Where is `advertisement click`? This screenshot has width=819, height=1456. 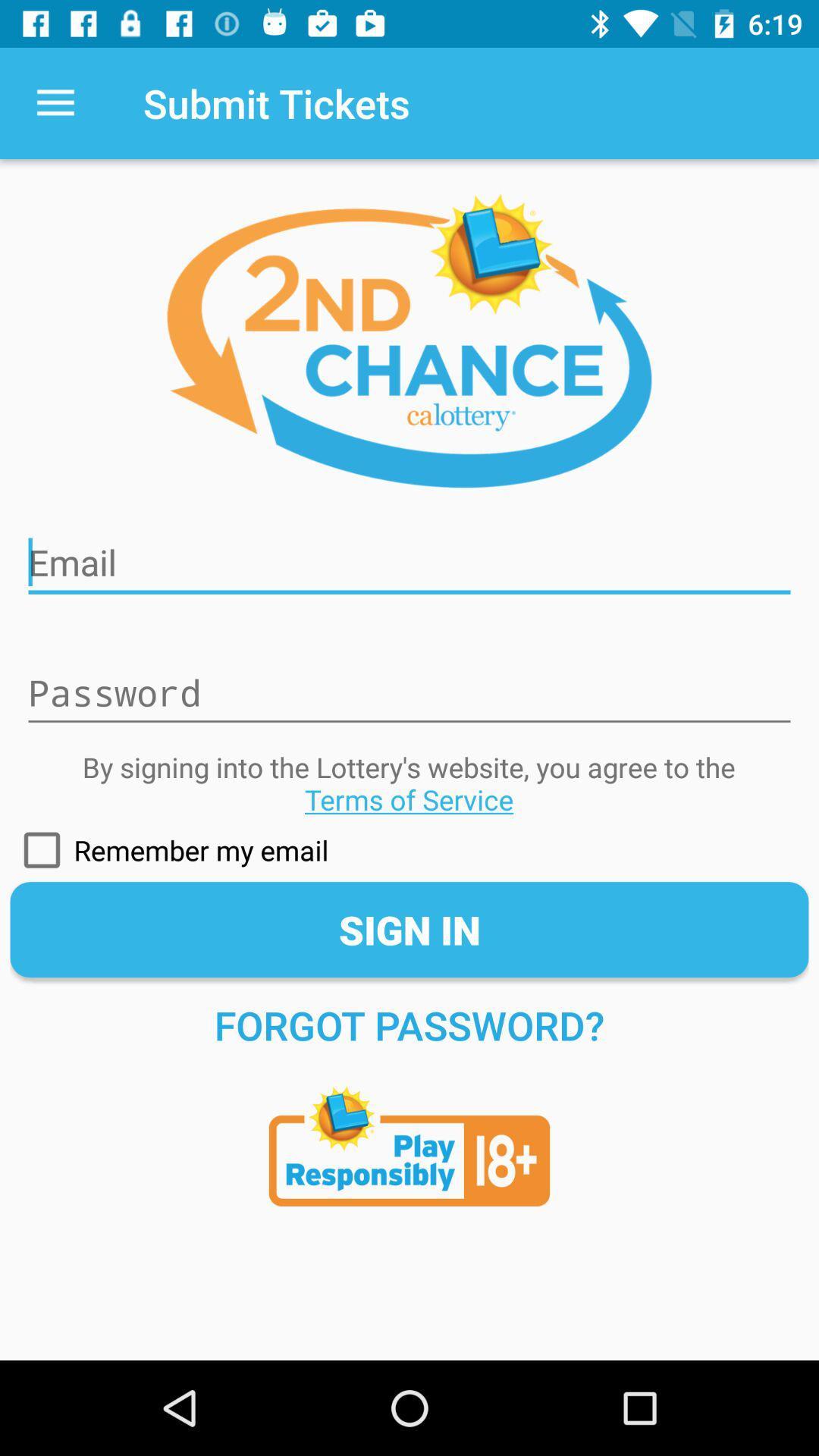
advertisement click is located at coordinates (409, 1139).